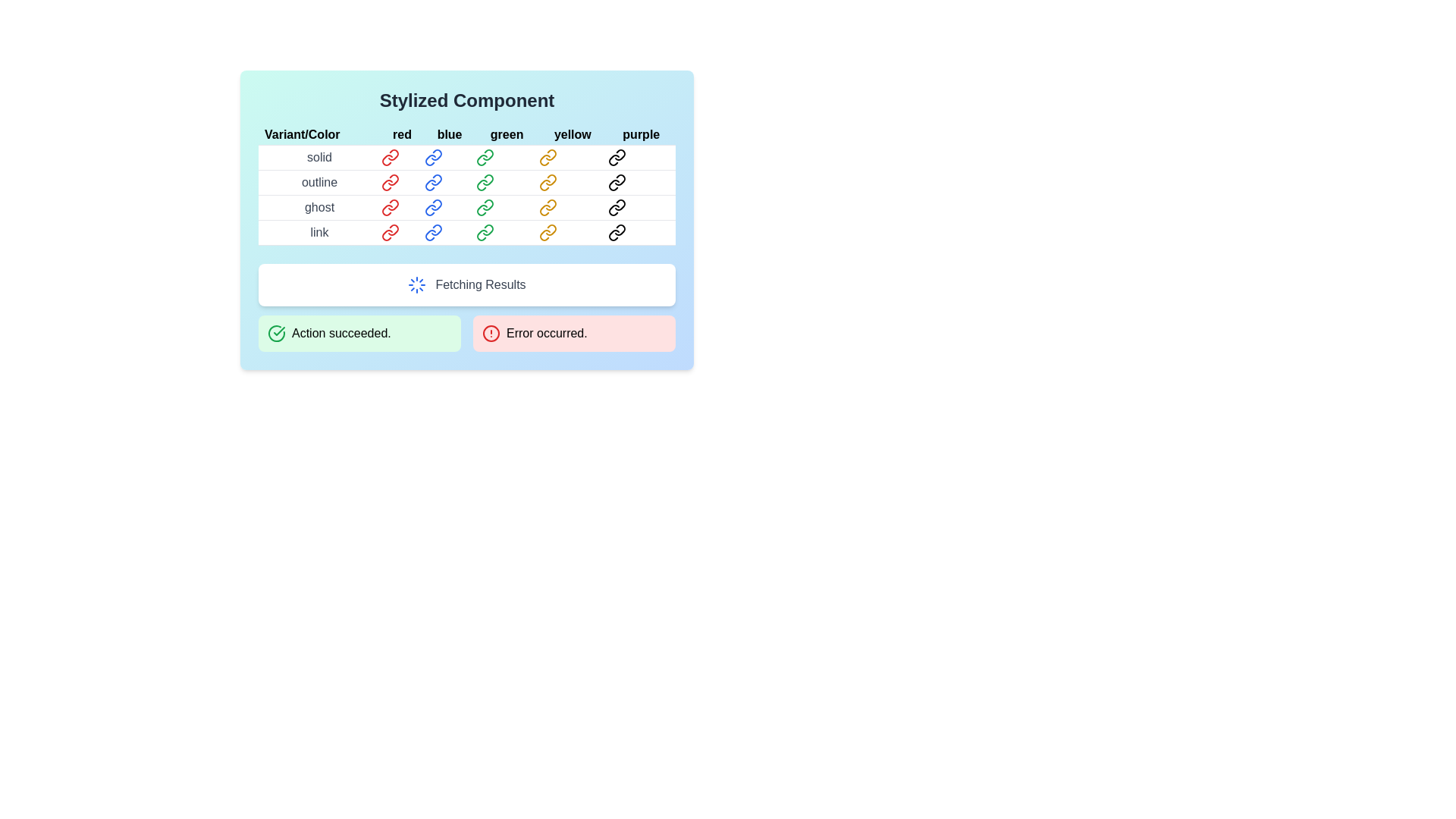  I want to click on the error message text label located in the lower right of the main interface, which provides immediate feedback about an error event, so click(546, 332).